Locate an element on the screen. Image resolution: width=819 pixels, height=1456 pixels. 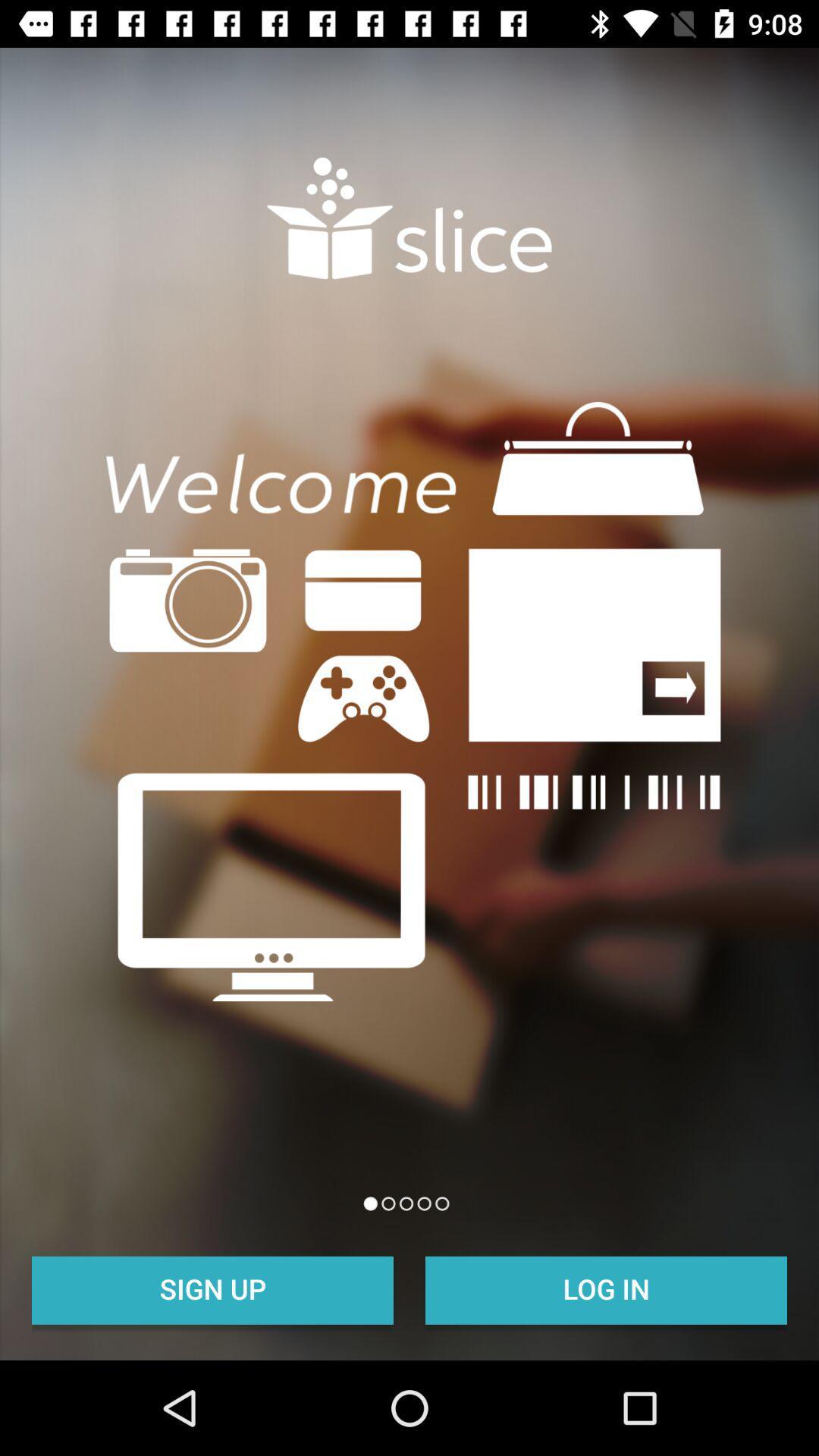
the item at the bottom left corner is located at coordinates (212, 1288).